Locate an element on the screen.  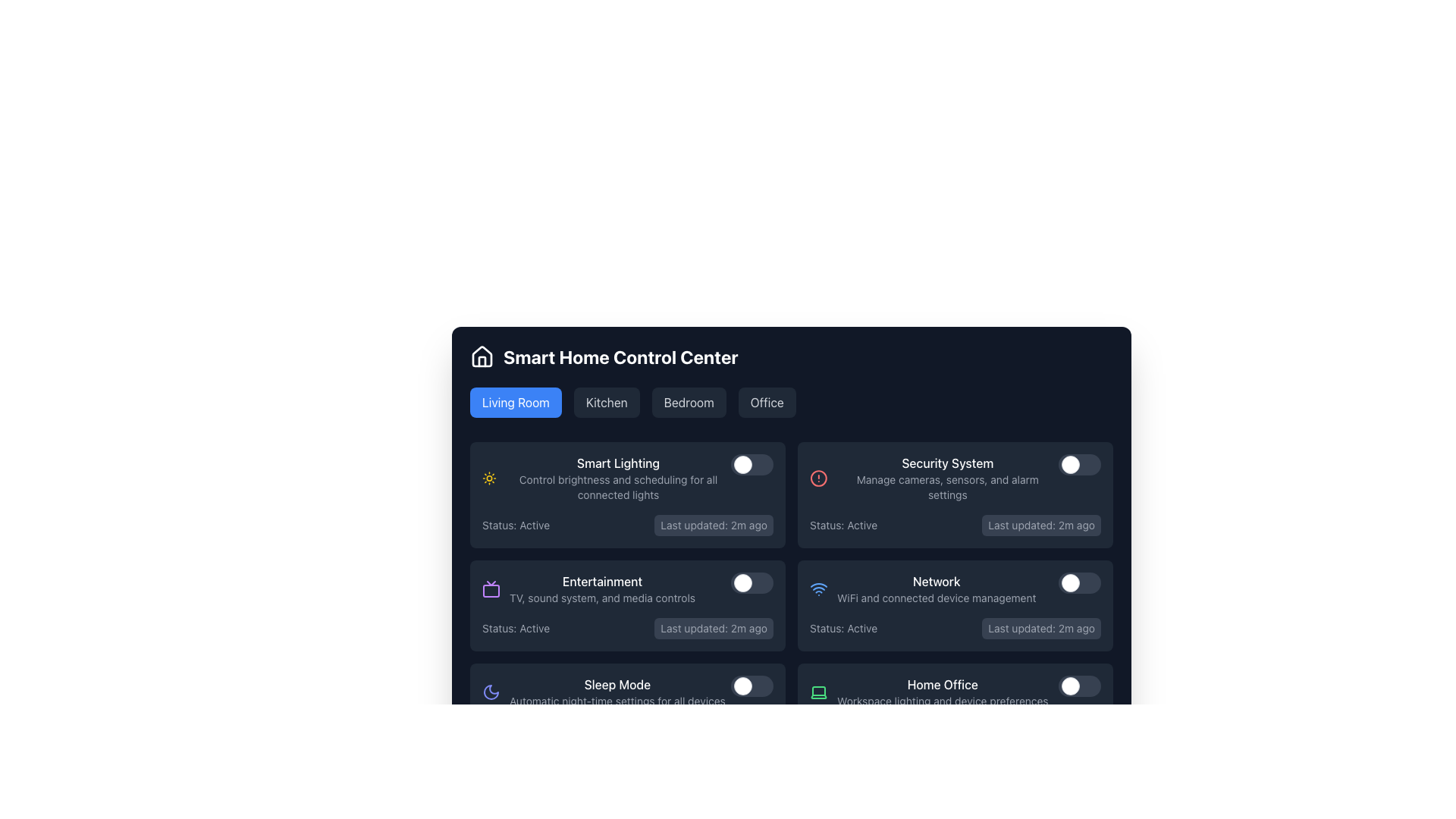
the 'Network' text block element with the accompanying WiFi icon, which features bold white text and a gray description, located in the second row and third column of the Smart Home Control Center interface is located at coordinates (954, 588).